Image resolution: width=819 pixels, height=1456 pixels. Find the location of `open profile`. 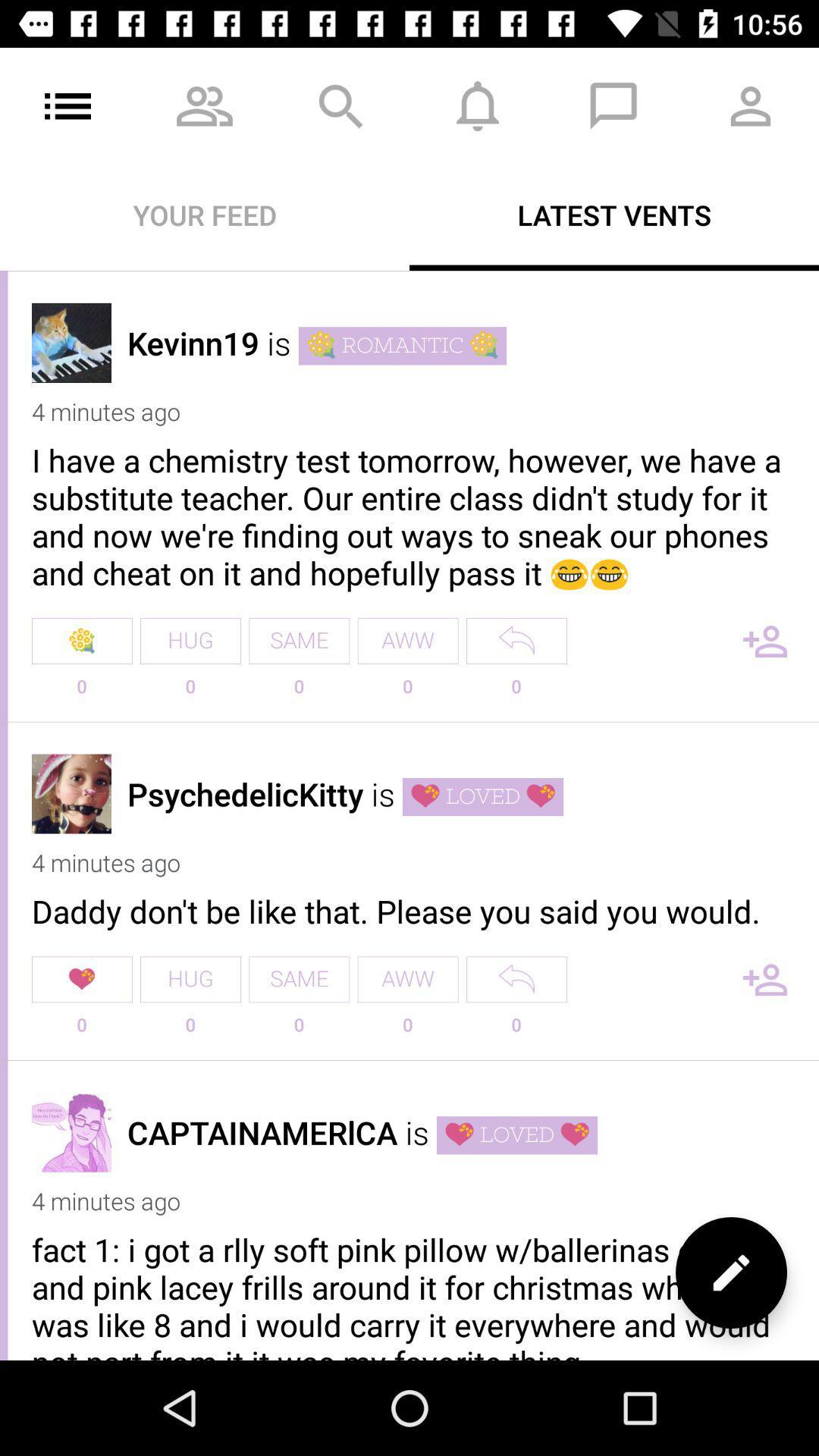

open profile is located at coordinates (71, 1132).